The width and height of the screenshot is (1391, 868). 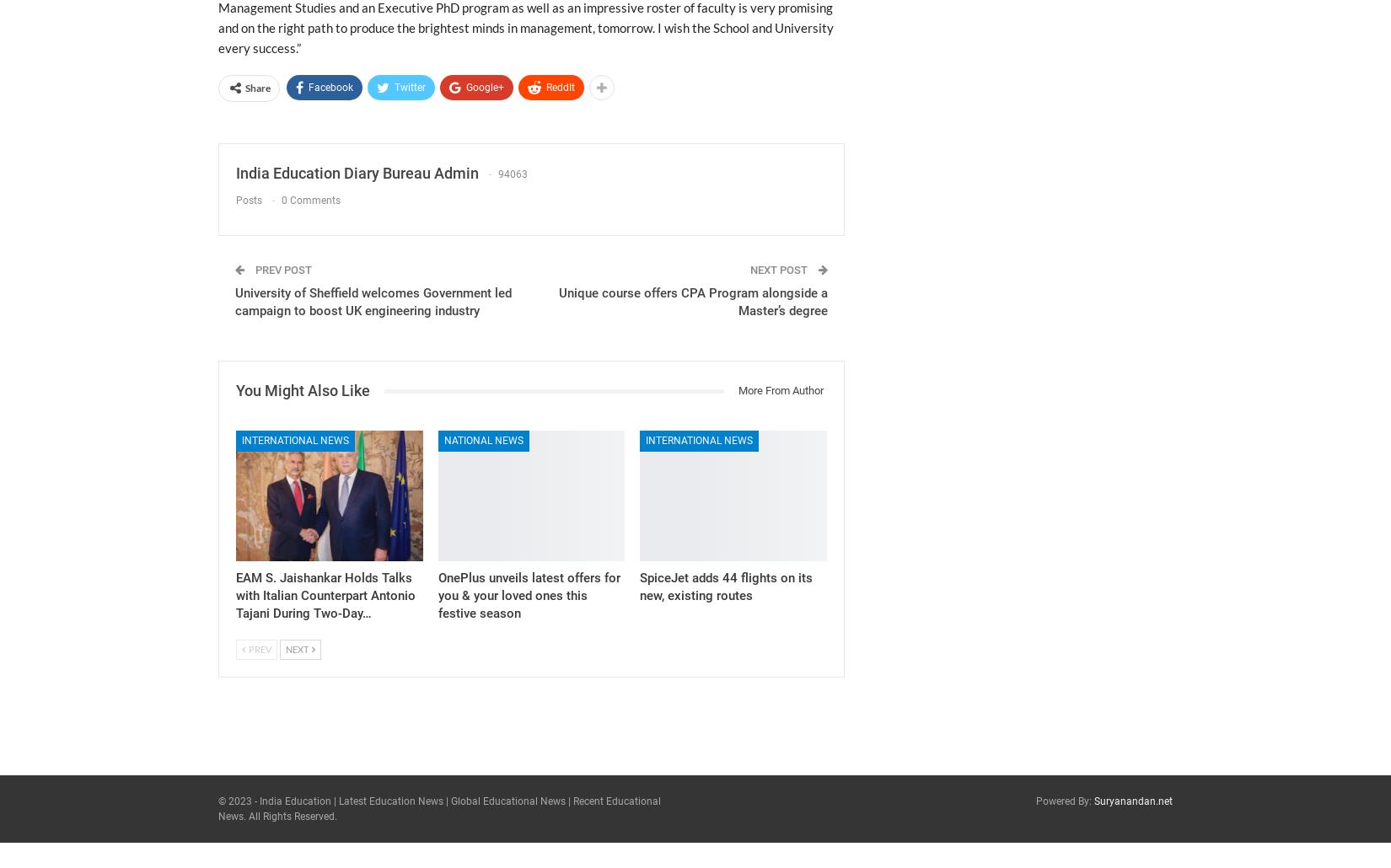 What do you see at coordinates (330, 87) in the screenshot?
I see `'Facebook'` at bounding box center [330, 87].